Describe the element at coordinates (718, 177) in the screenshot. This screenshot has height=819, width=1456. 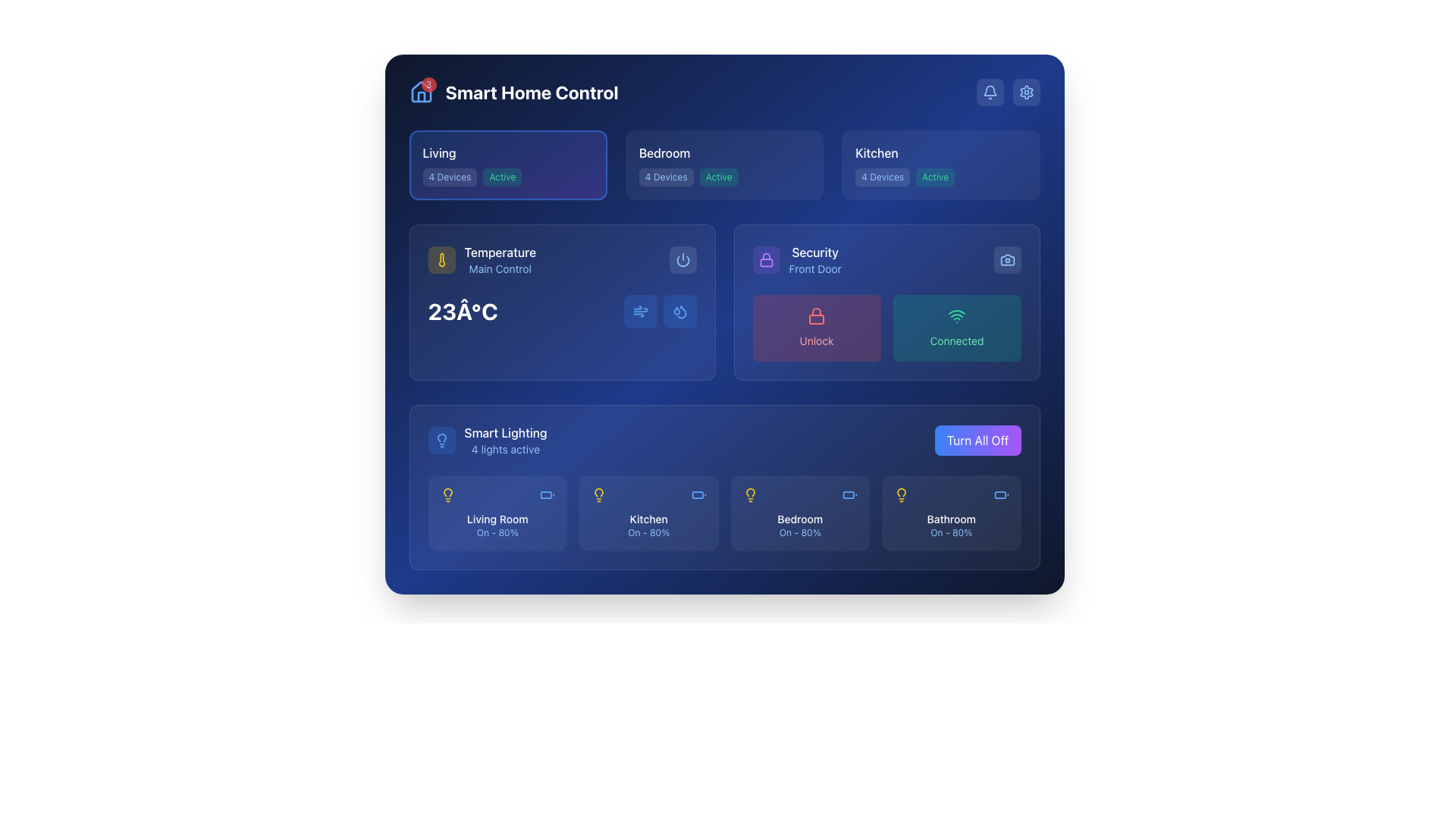
I see `the 'Active' label, which is a small rectangular badge with rounded corners, light green background, and green text, situated to the right of the '4 Devices' label in the Smart Home Control interface` at that location.